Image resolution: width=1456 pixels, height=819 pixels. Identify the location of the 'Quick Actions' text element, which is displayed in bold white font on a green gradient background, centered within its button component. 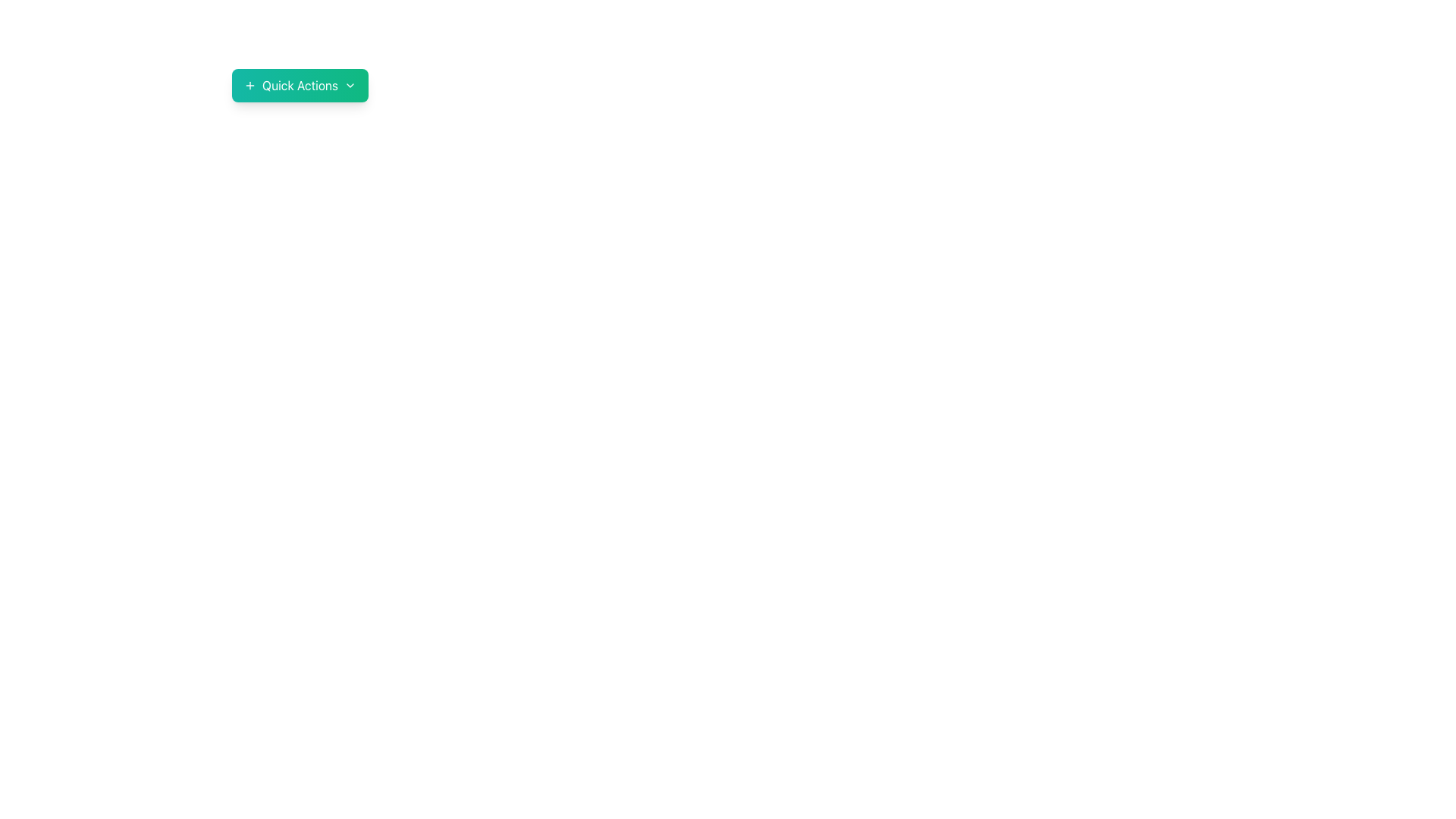
(300, 85).